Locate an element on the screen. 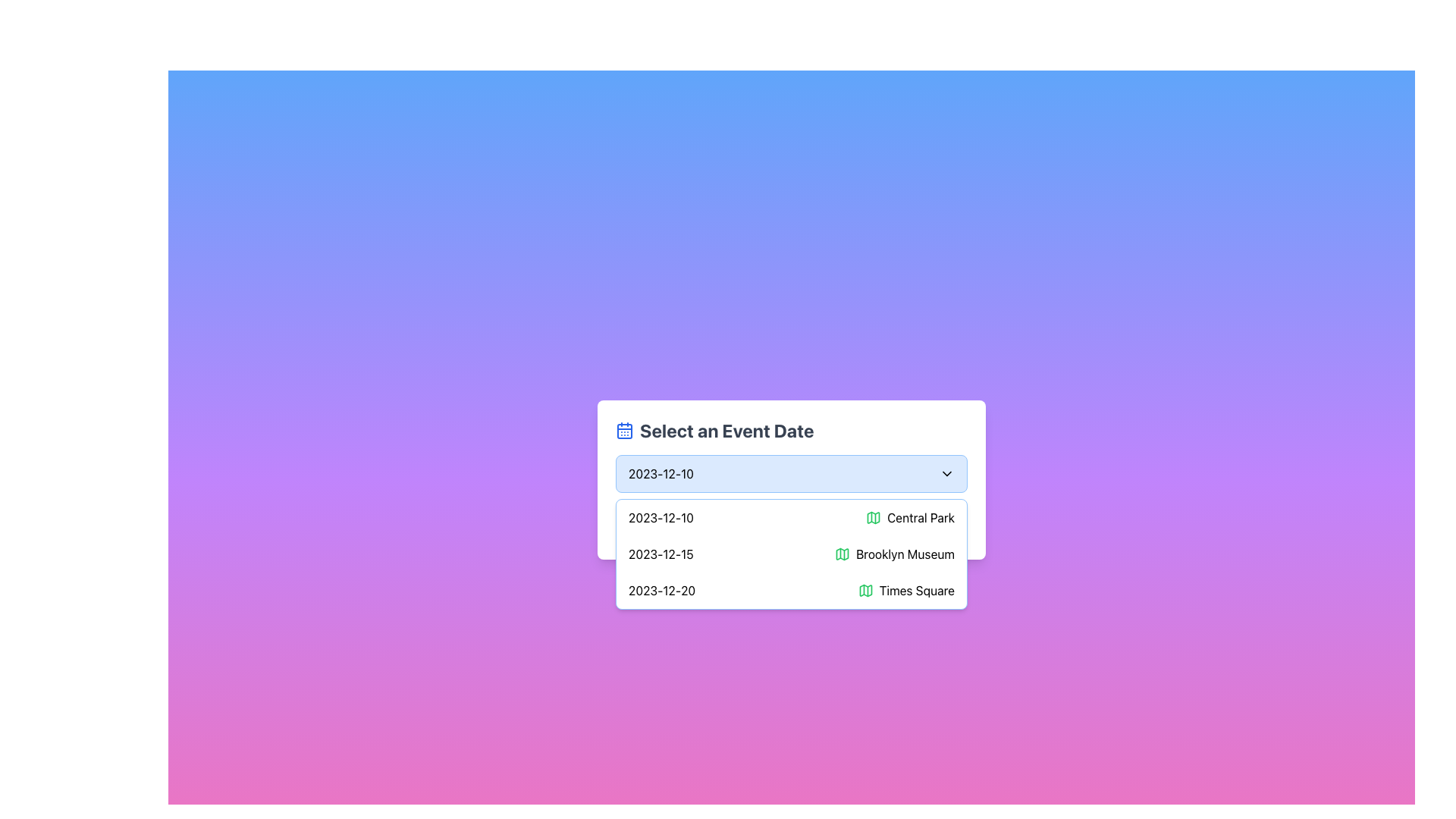 Image resolution: width=1456 pixels, height=819 pixels. the icon representing map-related actions for 'Brooklyn Museum', located to the left of the text 'Brooklyn Museum' is located at coordinates (842, 554).